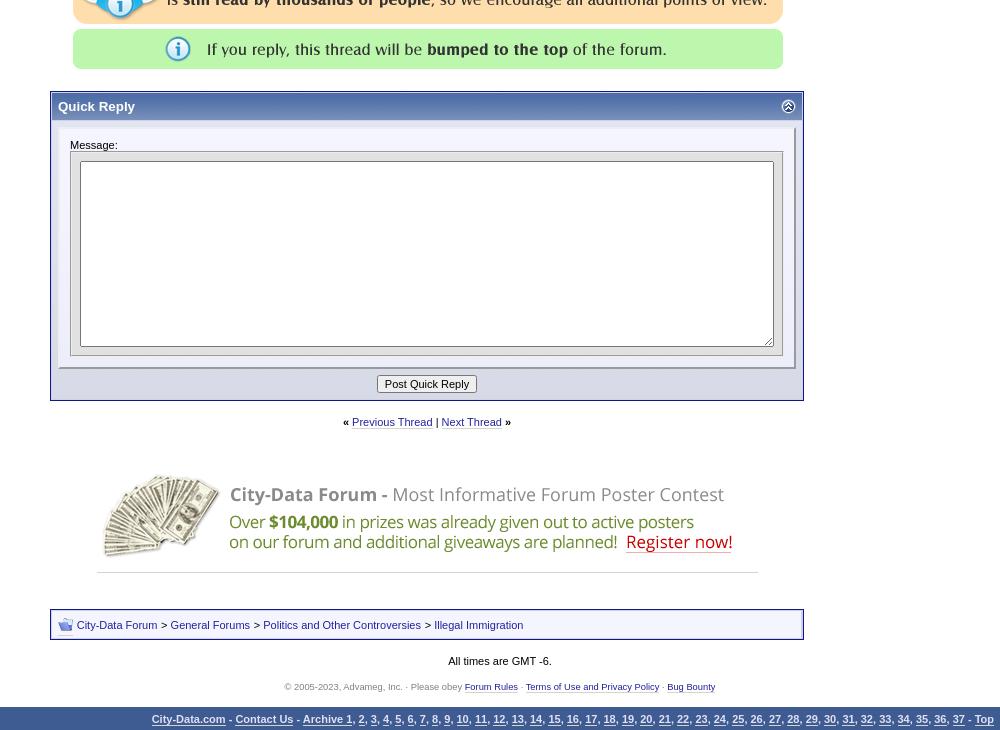 Image resolution: width=1000 pixels, height=730 pixels. Describe the element at coordinates (422, 718) in the screenshot. I see `'7'` at that location.